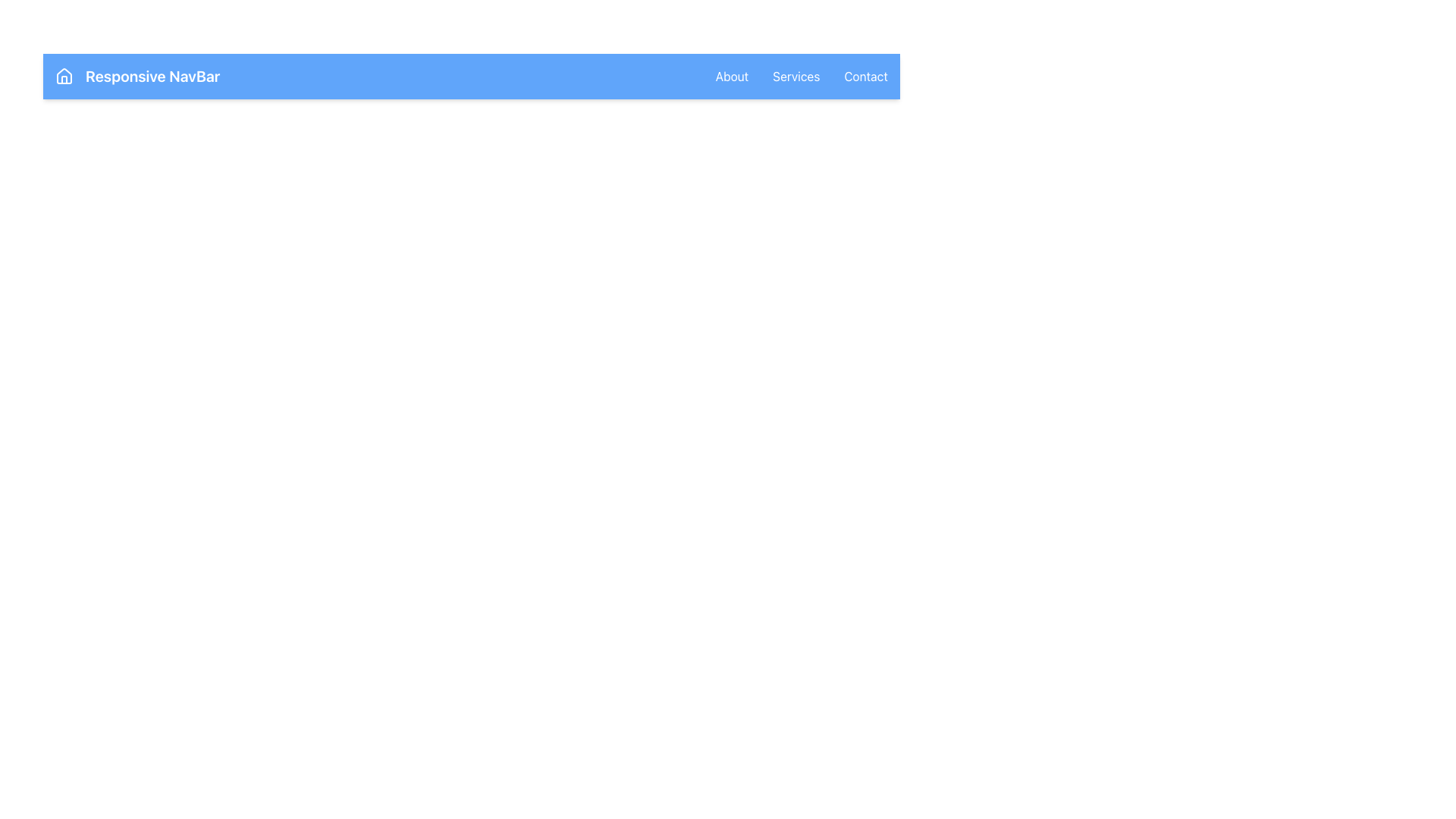  I want to click on the 'home' icon located in the leftmost position of the navigation bar, adjacent to the 'Responsive NavBar' text, so click(64, 76).